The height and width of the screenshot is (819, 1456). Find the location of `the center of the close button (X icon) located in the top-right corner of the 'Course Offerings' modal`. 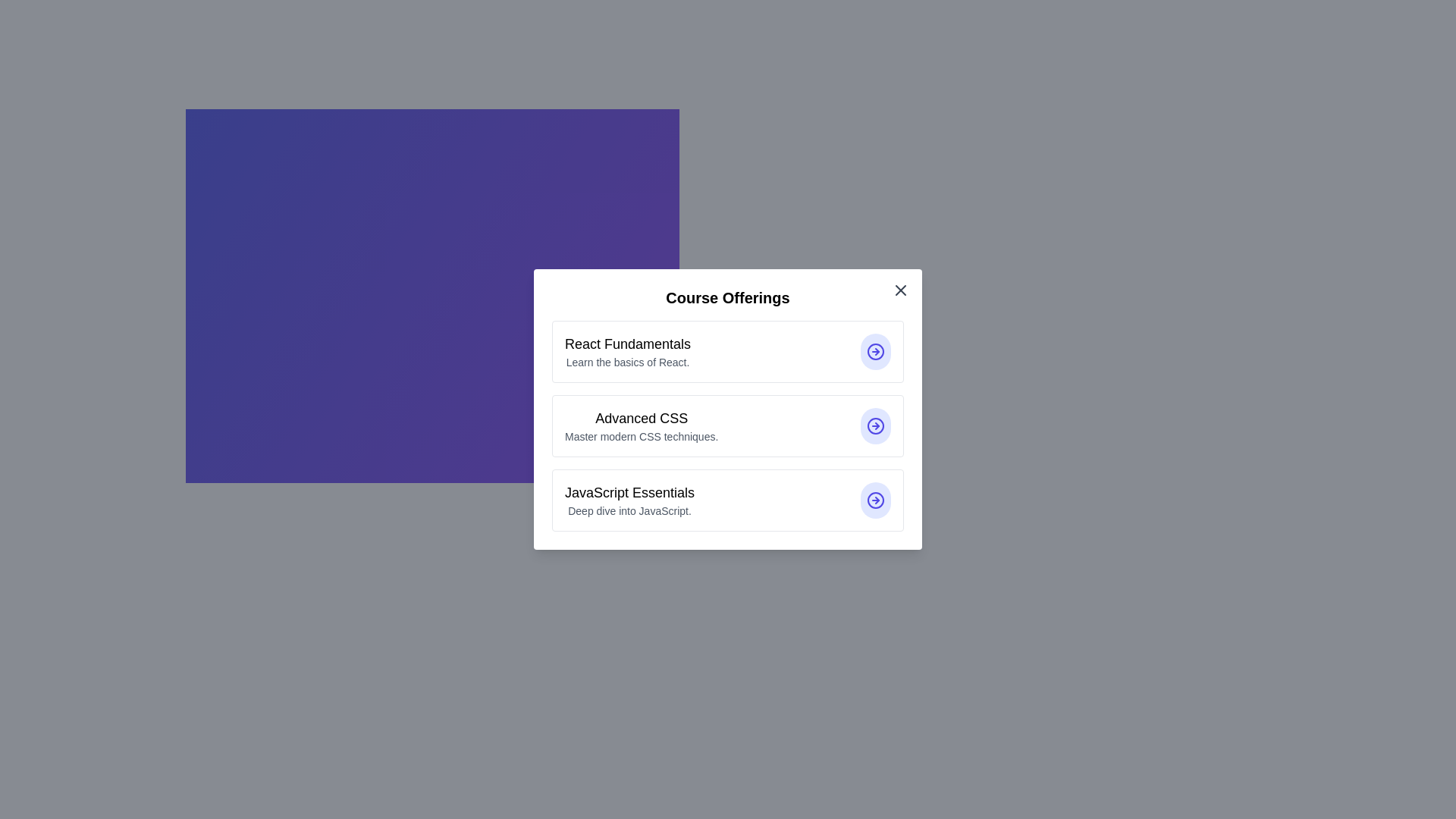

the center of the close button (X icon) located in the top-right corner of the 'Course Offerings' modal is located at coordinates (901, 290).